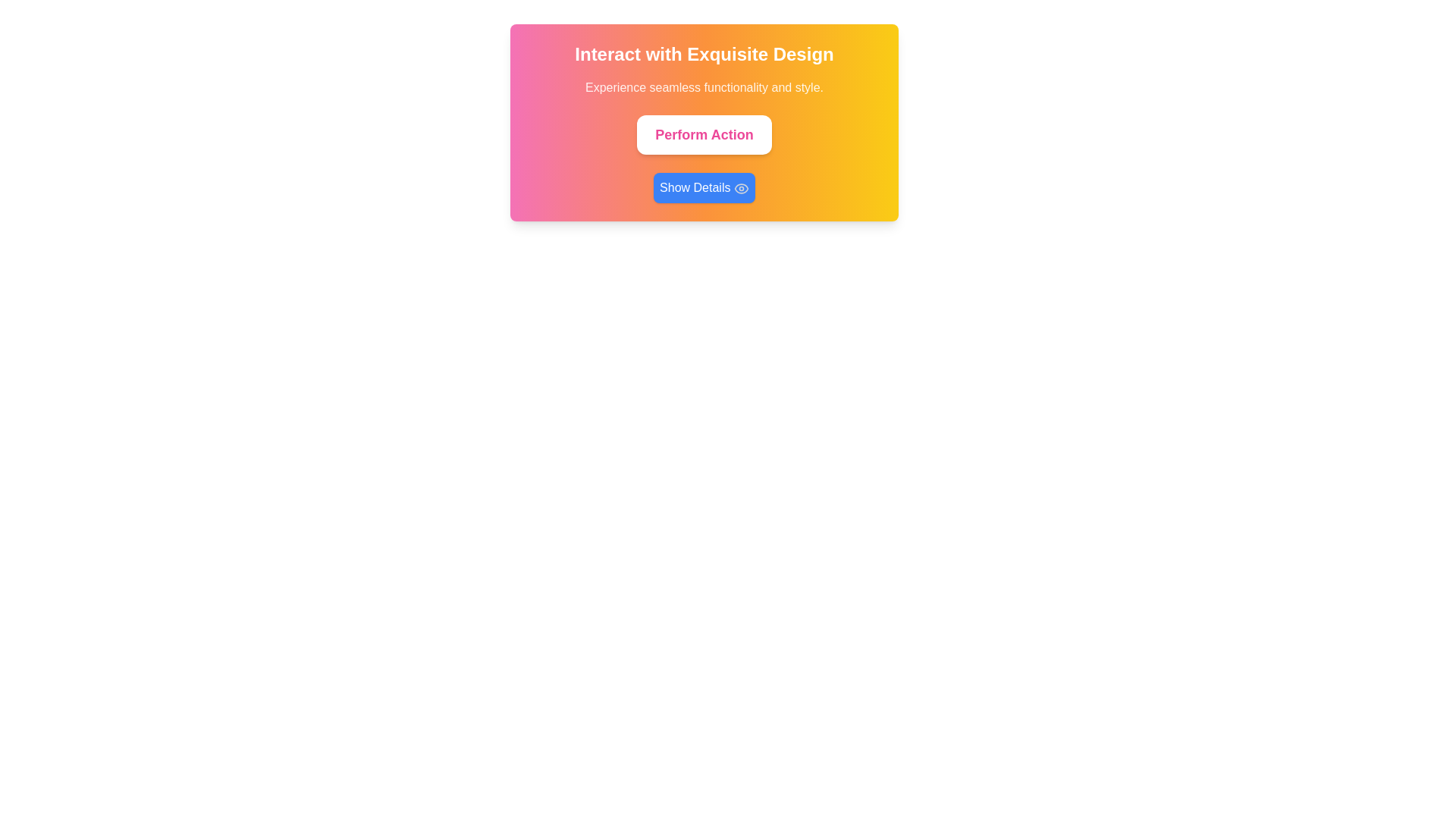  What do you see at coordinates (703, 133) in the screenshot?
I see `the 'Perform Action' button, which is a rectangular button with rounded edges, white background, and pink text, located in the upper half of the card` at bounding box center [703, 133].